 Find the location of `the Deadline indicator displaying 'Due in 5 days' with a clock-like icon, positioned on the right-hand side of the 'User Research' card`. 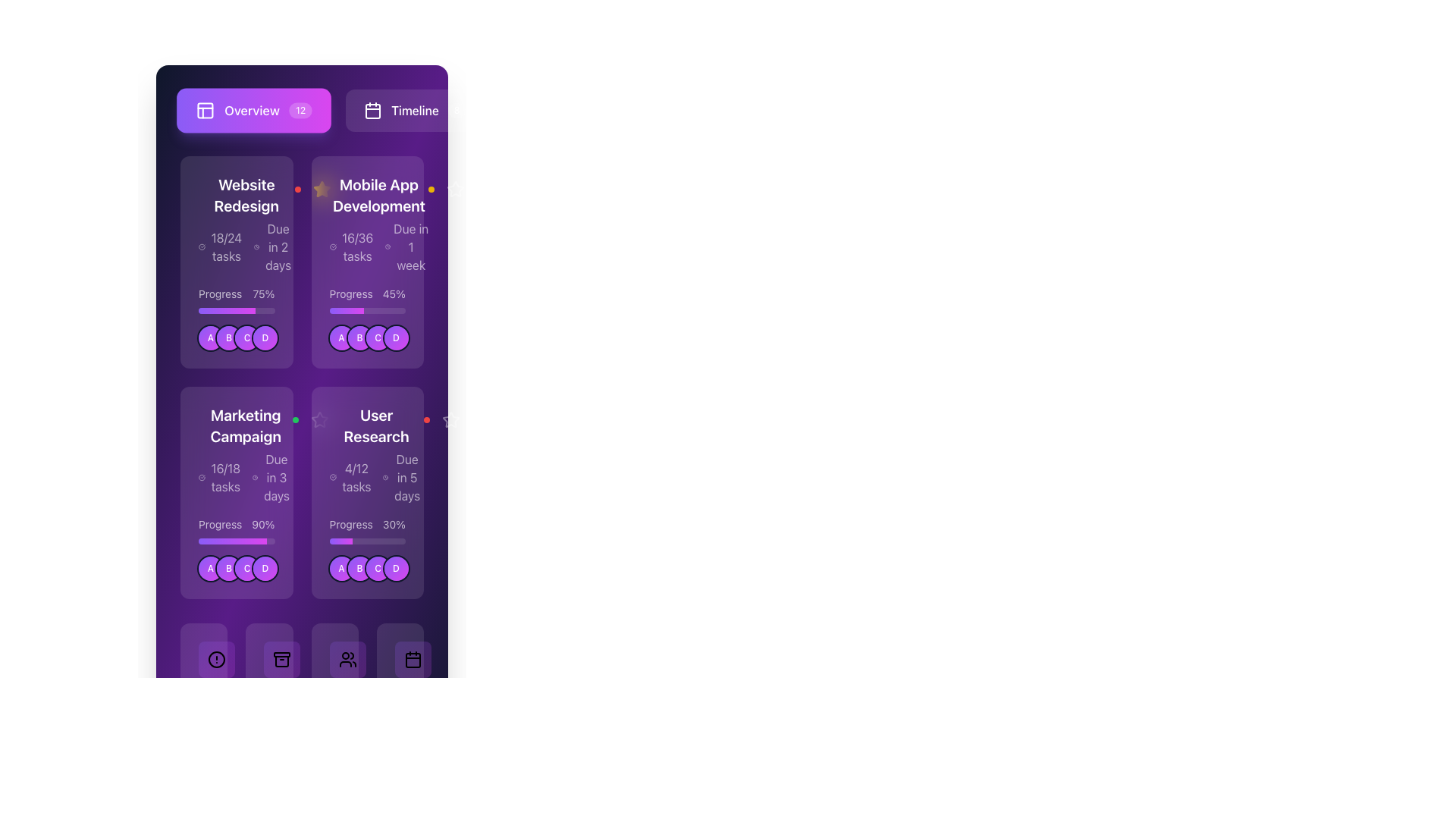

the Deadline indicator displaying 'Due in 5 days' with a clock-like icon, positioned on the right-hand side of the 'User Research' card is located at coordinates (403, 476).